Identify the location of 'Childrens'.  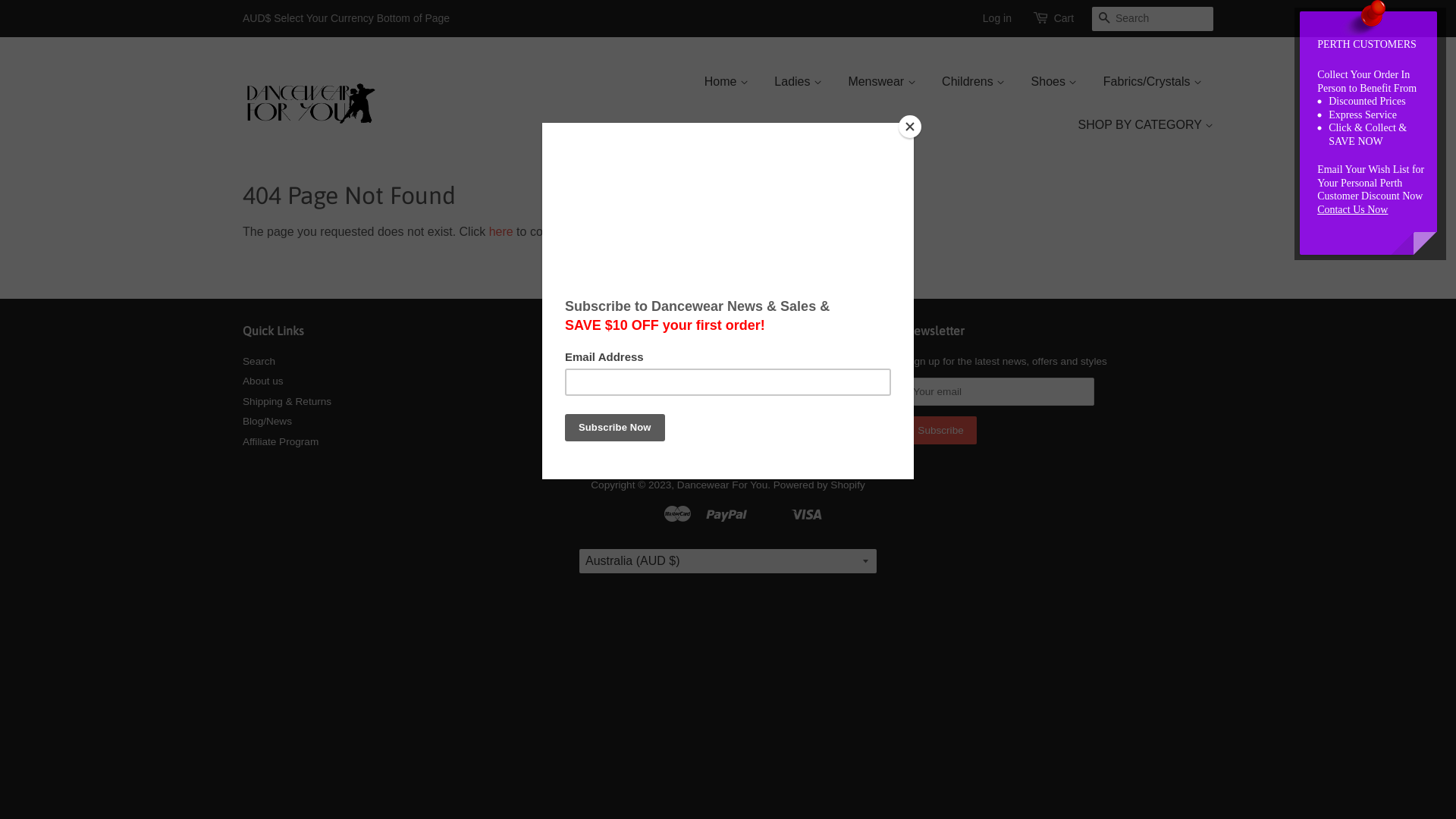
(973, 81).